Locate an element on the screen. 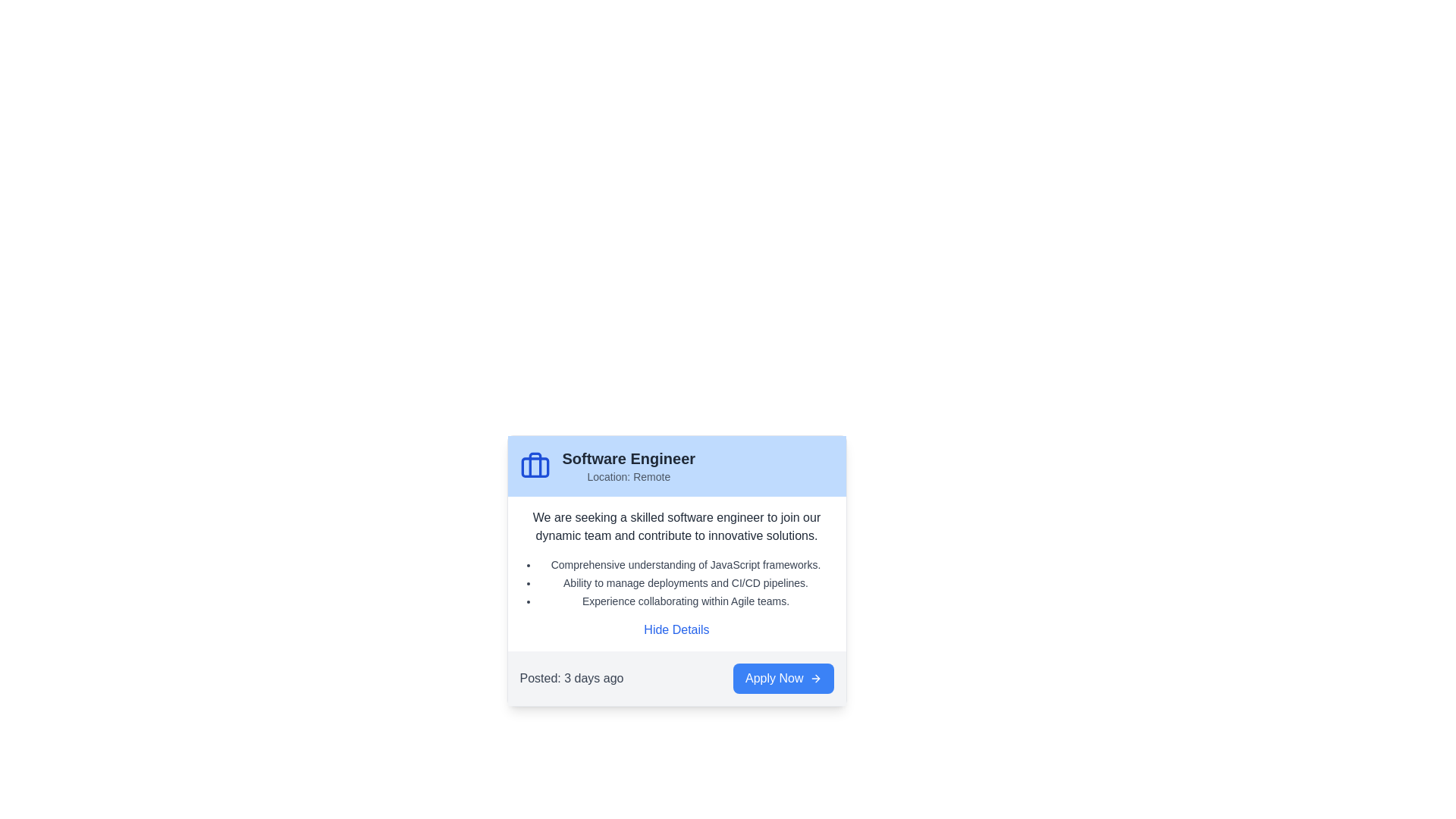 The height and width of the screenshot is (819, 1456). the rectangular inner component of the briefcase icon located at the top-left corner of the job posting card titled 'Software Engineer' is located at coordinates (535, 466).